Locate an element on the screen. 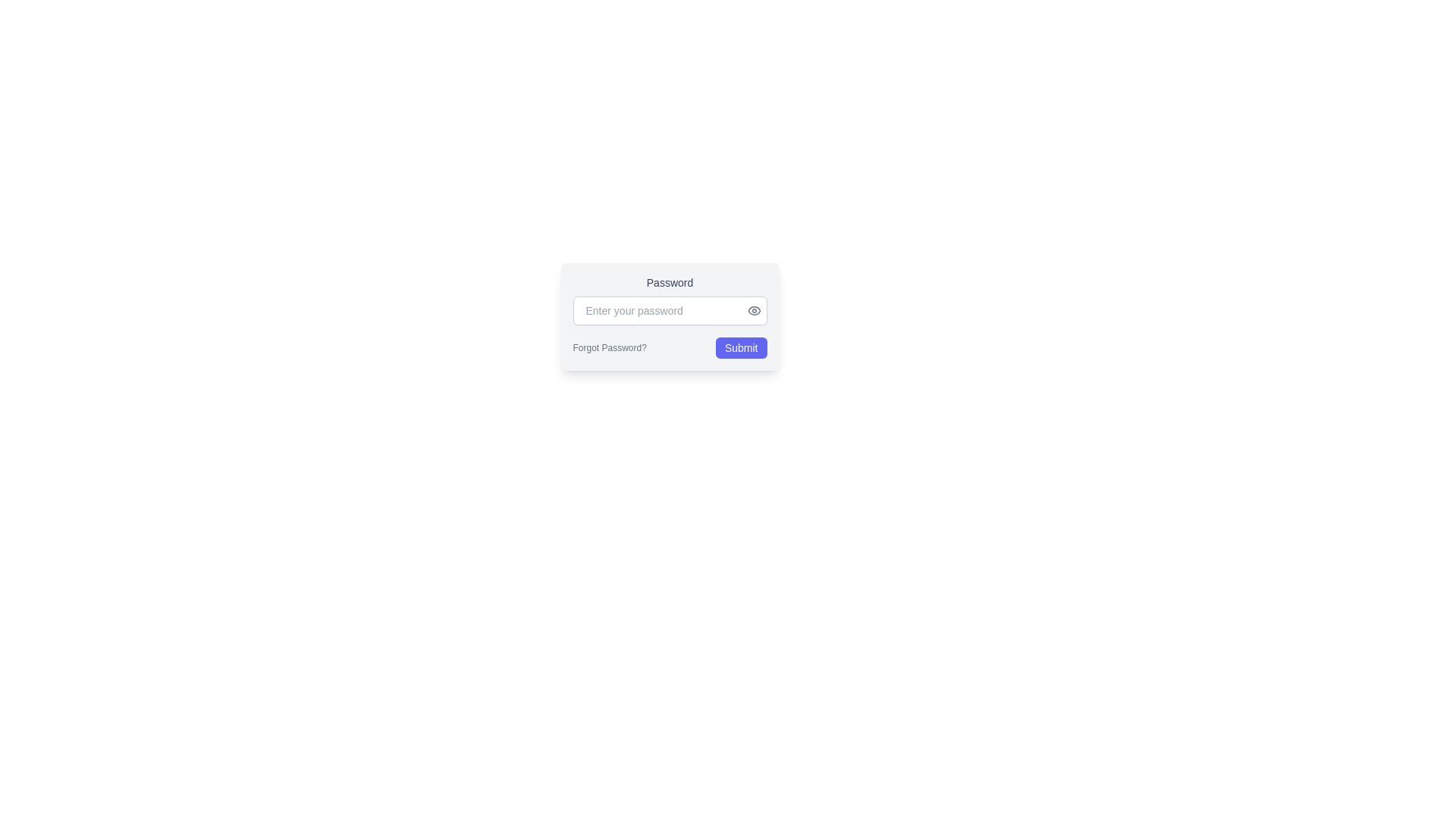  the password visibility toggle icon located immediately to the right of the password input box is located at coordinates (754, 309).